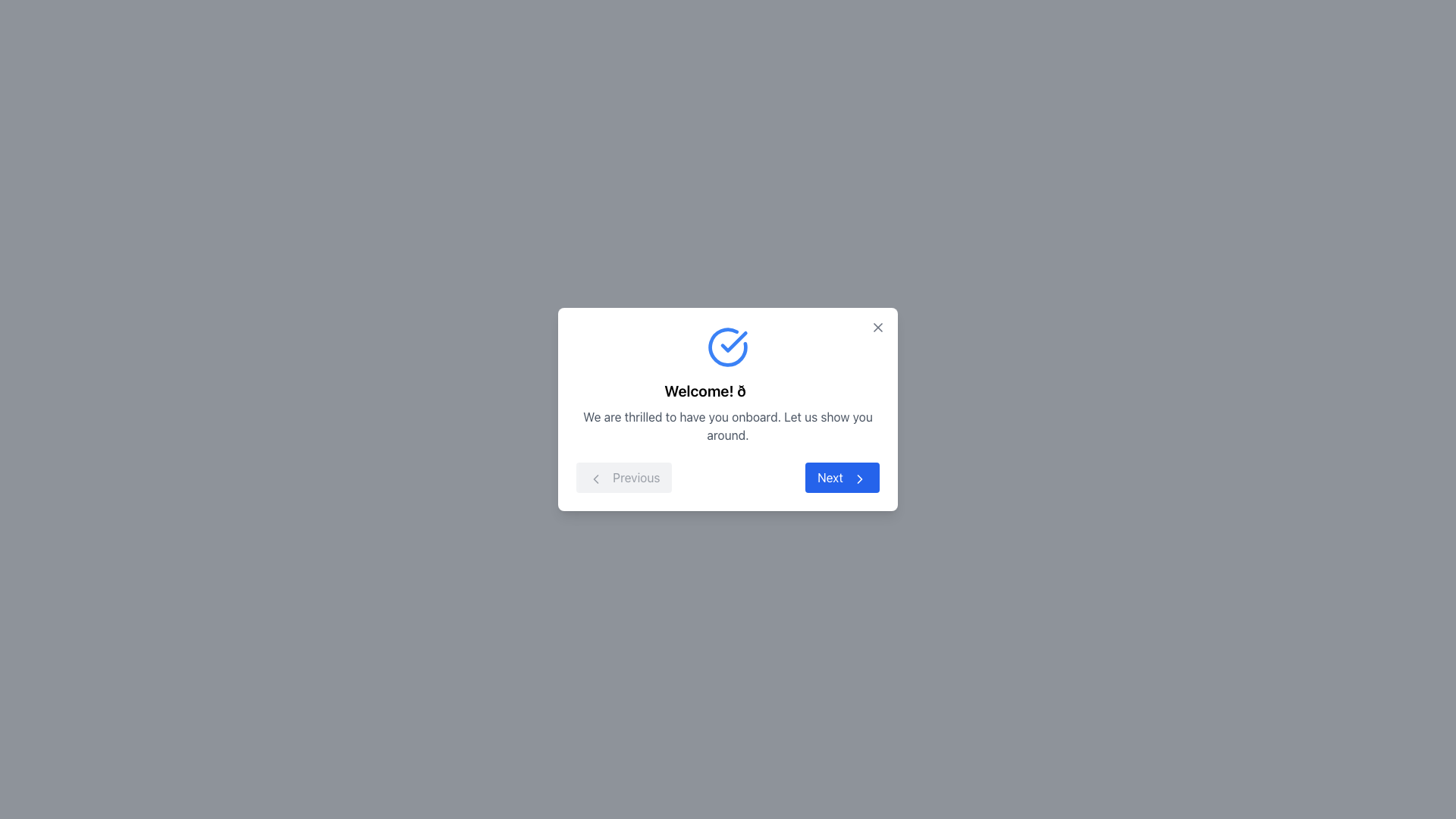  I want to click on the chevron icon located at the left side of the 'Previous' button in the dialog box, so click(595, 479).